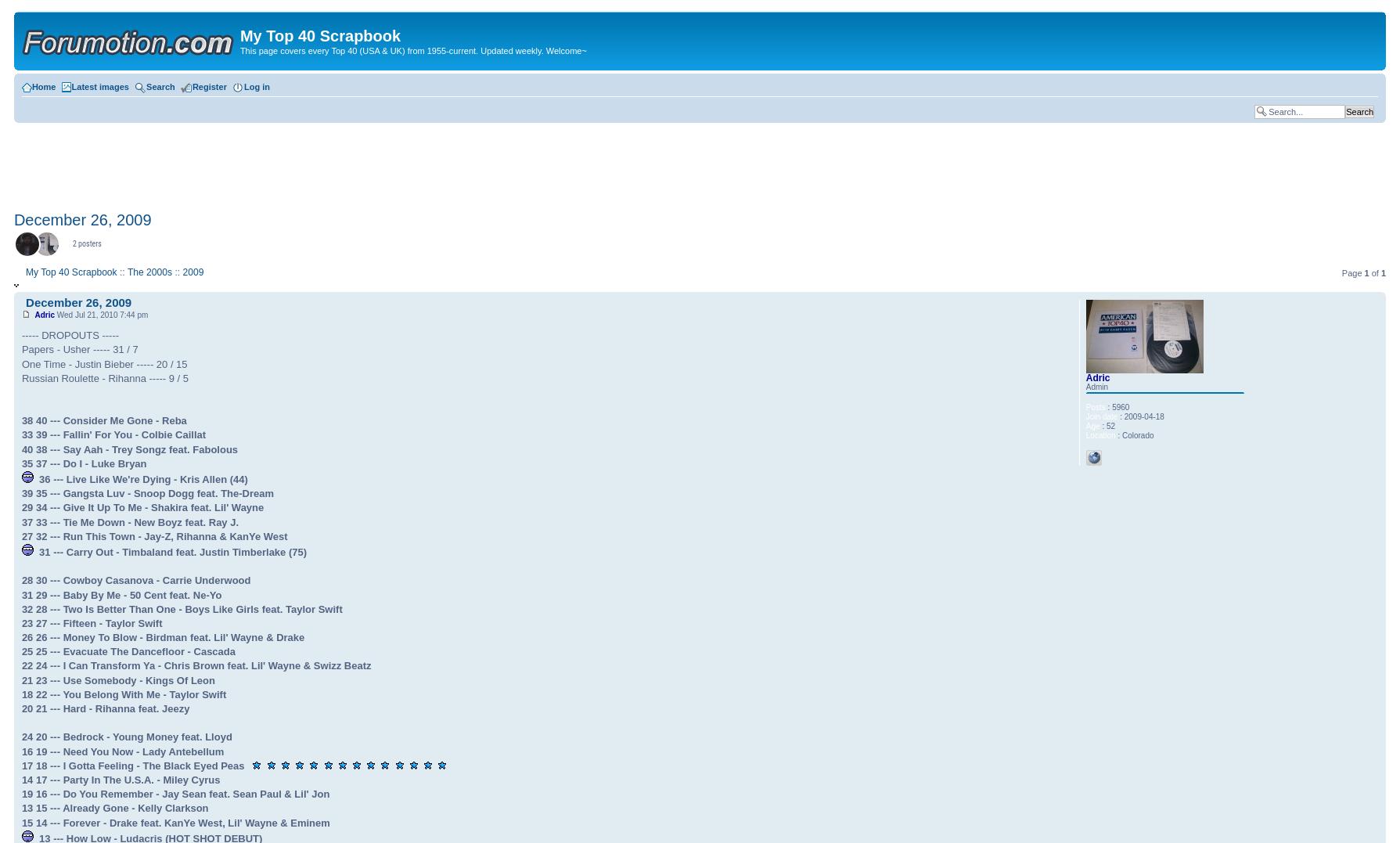 The height and width of the screenshot is (843, 1400). What do you see at coordinates (147, 493) in the screenshot?
I see `'39 35 --- Gangsta Luv - Snoop Dogg feat. The-Dream'` at bounding box center [147, 493].